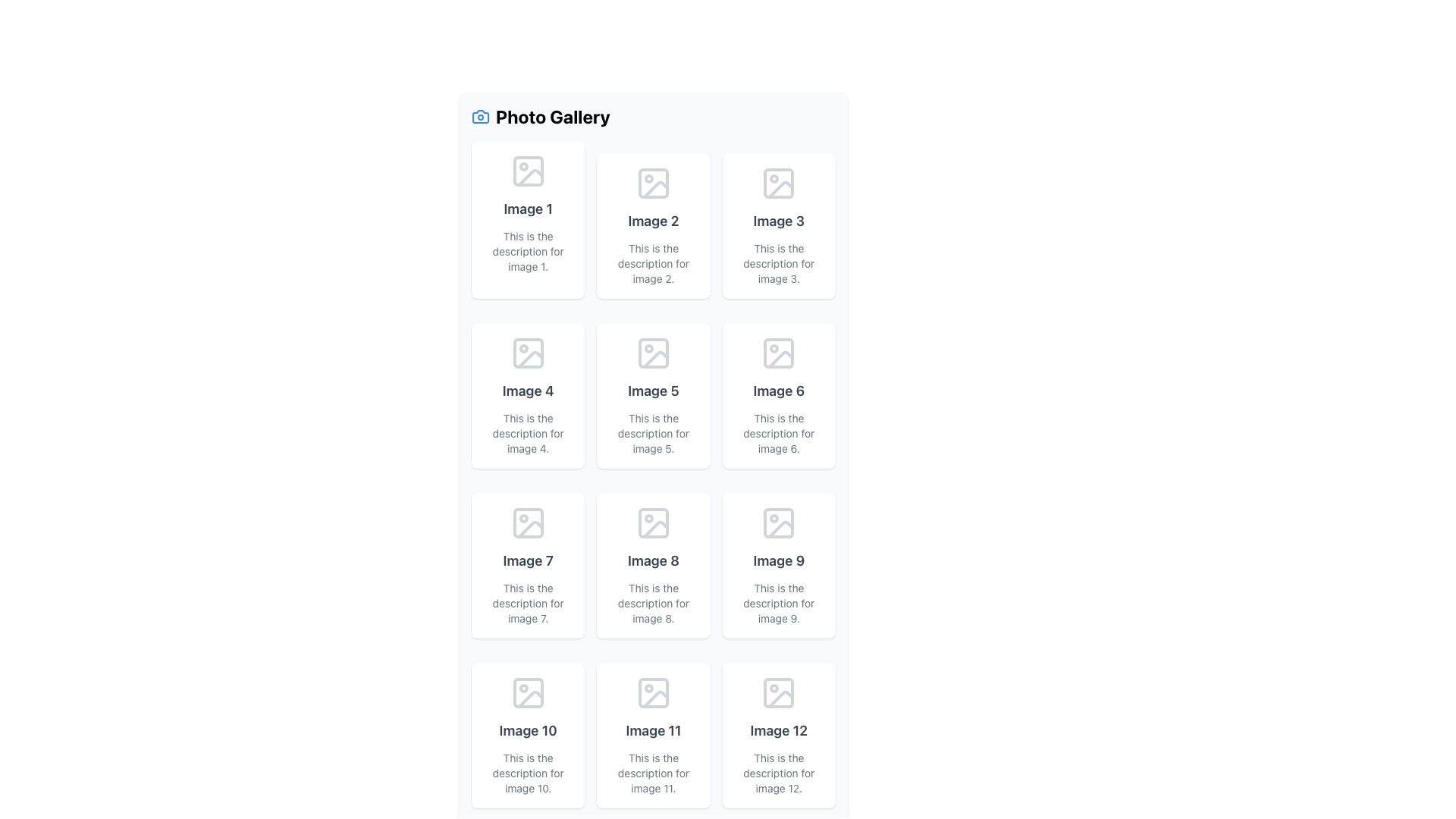 This screenshot has width=1456, height=819. I want to click on the gray-toned outline icon representing an image, located at the top of the third column, above the text 'Image 3', so click(779, 183).